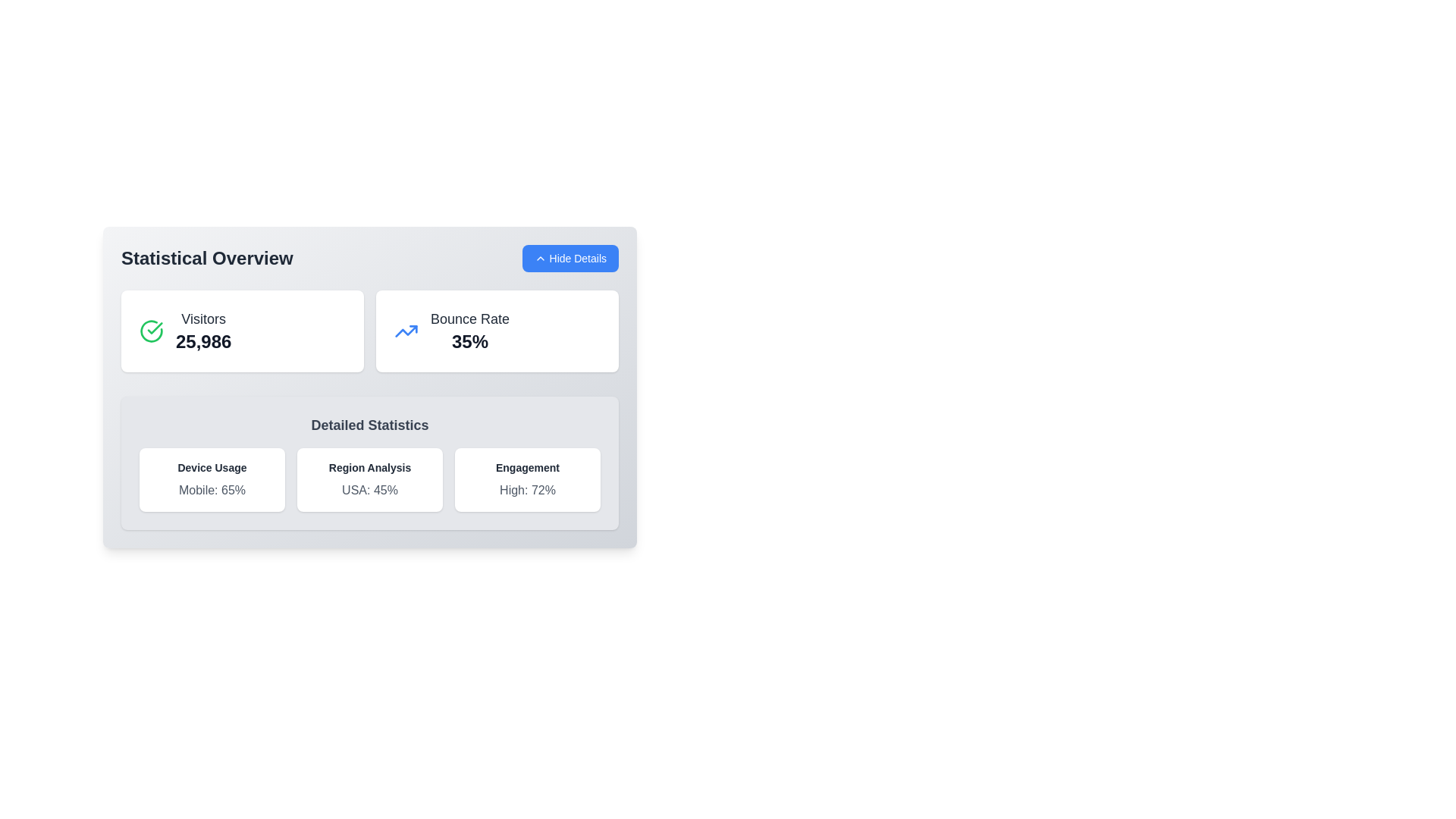 The image size is (1456, 819). What do you see at coordinates (570, 257) in the screenshot?
I see `the toggle button located in the top-right corner of the 'Statistical Overview' section to hide the detailed information` at bounding box center [570, 257].